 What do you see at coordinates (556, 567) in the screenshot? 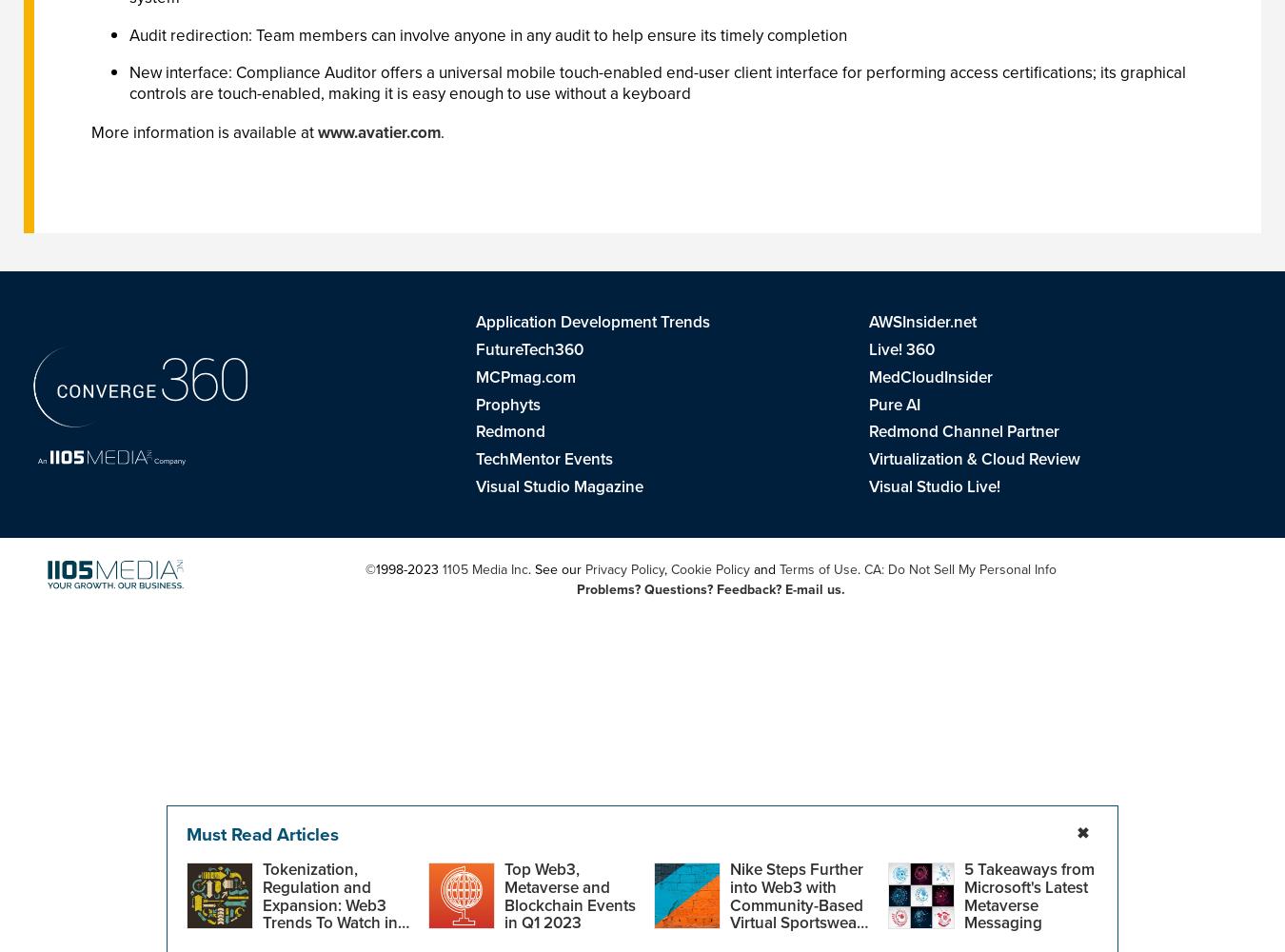
I see `'. See our'` at bounding box center [556, 567].